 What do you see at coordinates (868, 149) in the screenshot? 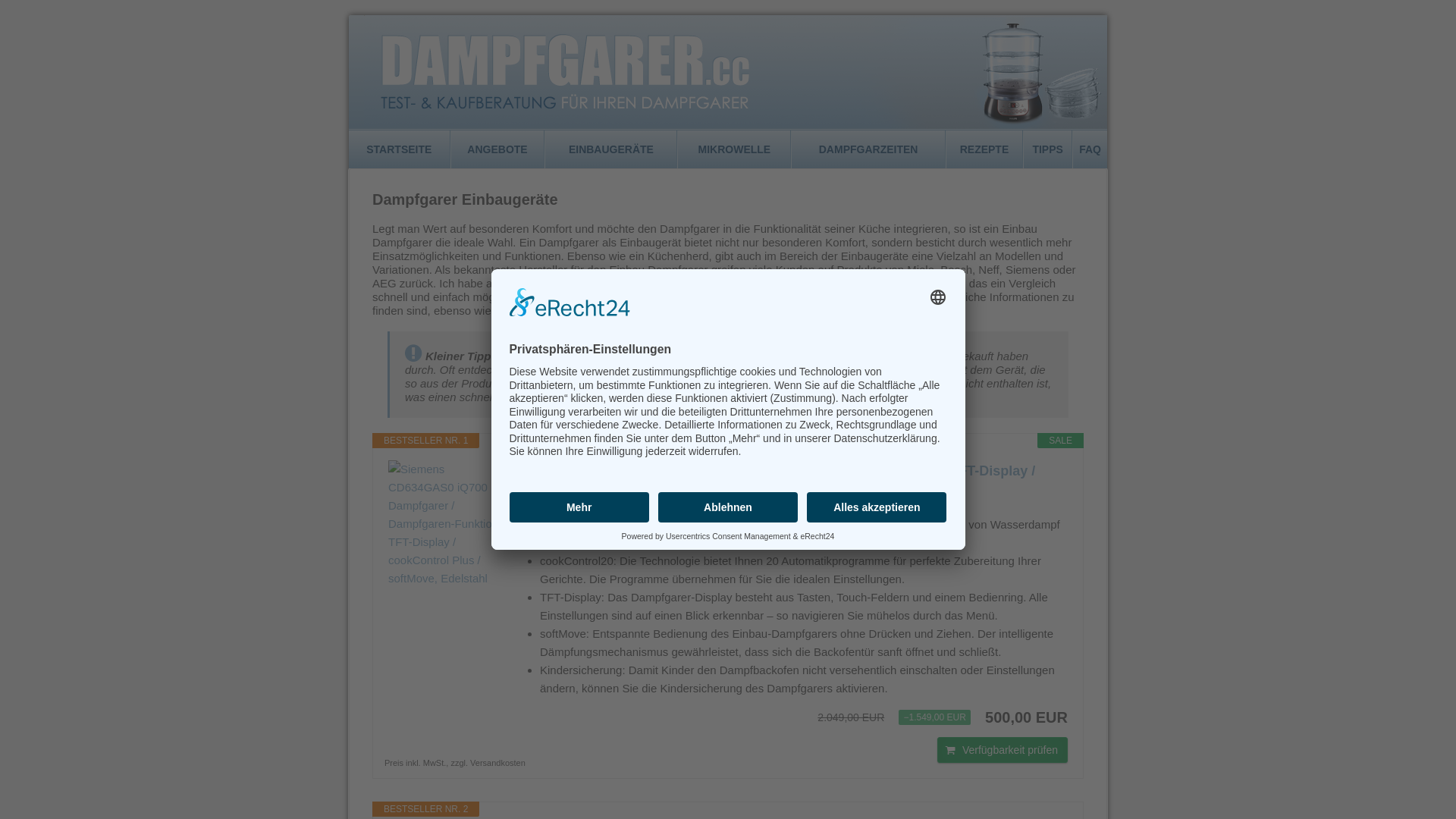
I see `'DAMPFGARZEITEN'` at bounding box center [868, 149].